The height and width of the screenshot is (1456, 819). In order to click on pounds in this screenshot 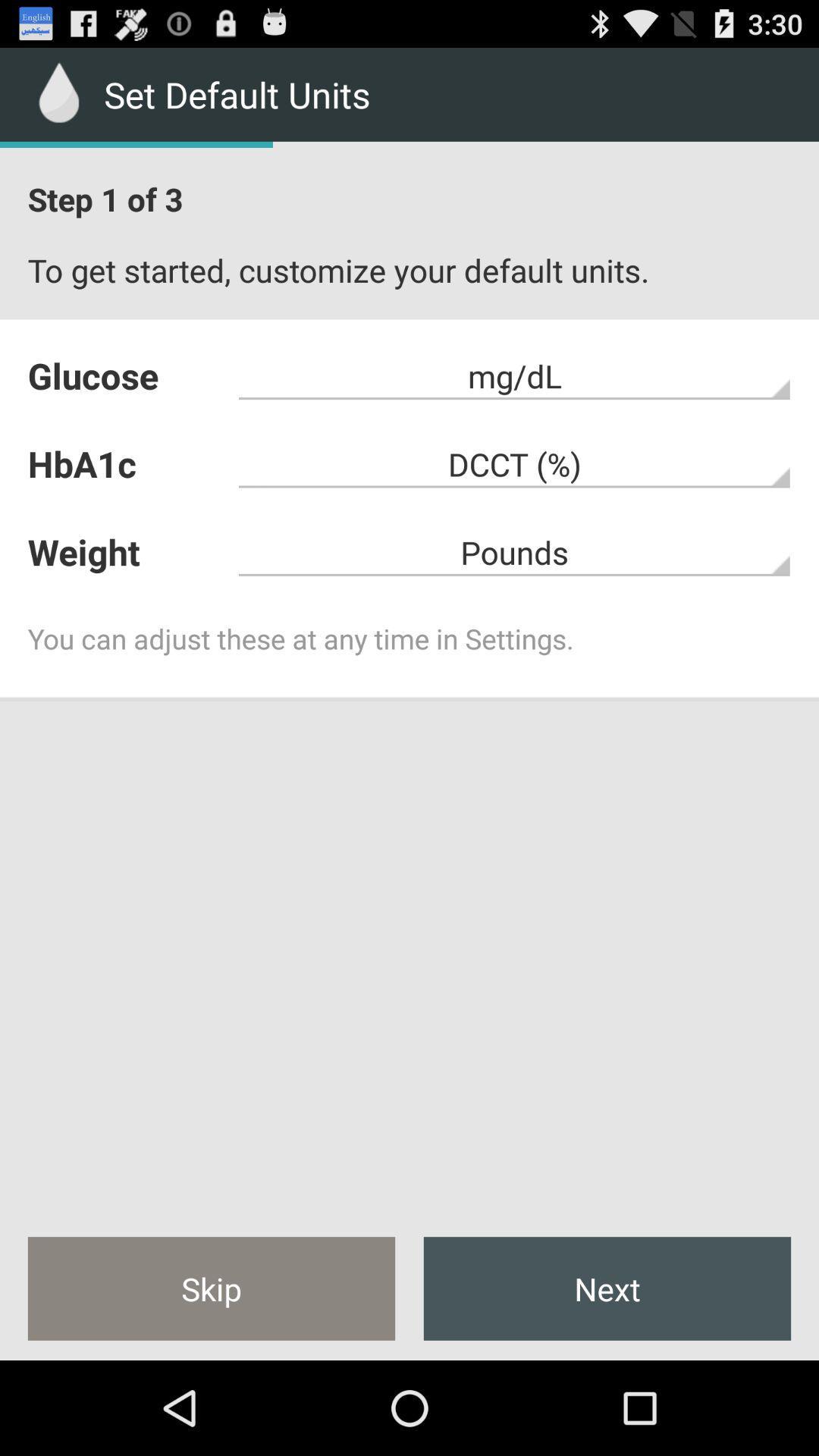, I will do `click(514, 551)`.